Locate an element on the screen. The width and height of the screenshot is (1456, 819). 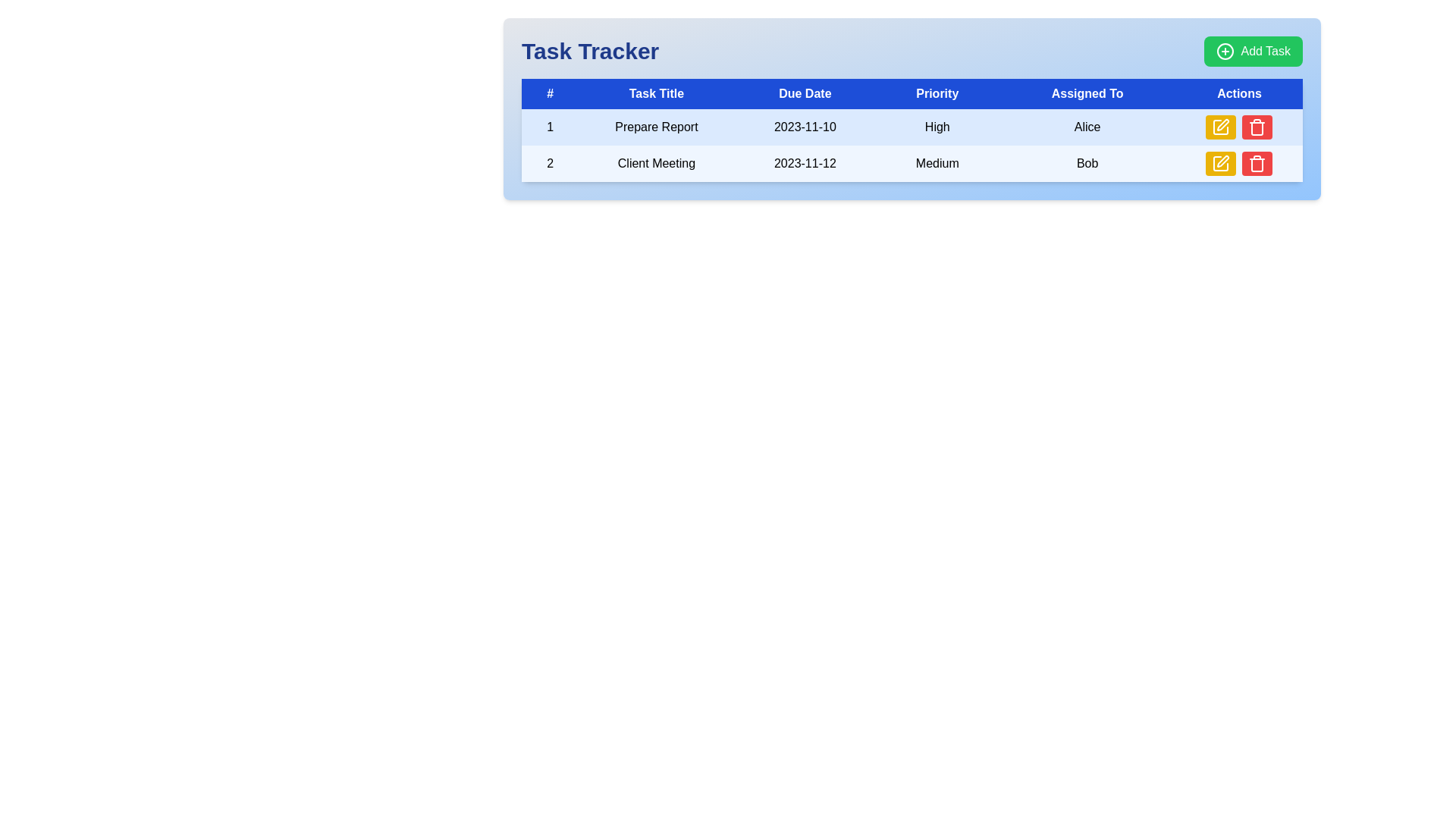
the text field displaying 'Bob' in the 'Assigned To' column of the second row in the table is located at coordinates (1087, 164).